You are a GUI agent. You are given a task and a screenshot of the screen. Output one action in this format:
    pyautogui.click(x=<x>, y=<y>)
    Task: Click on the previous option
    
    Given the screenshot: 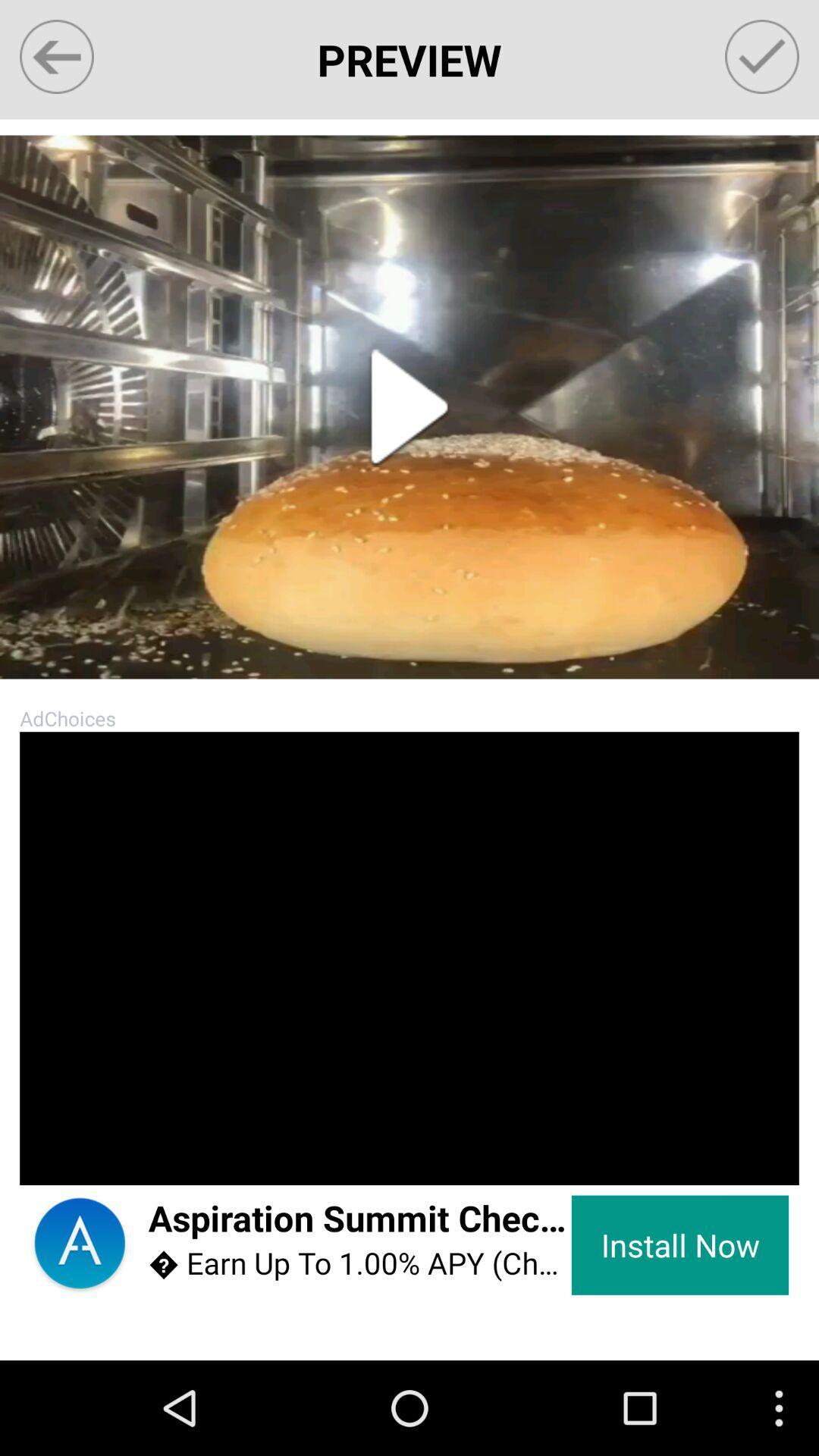 What is the action you would take?
    pyautogui.click(x=55, y=57)
    